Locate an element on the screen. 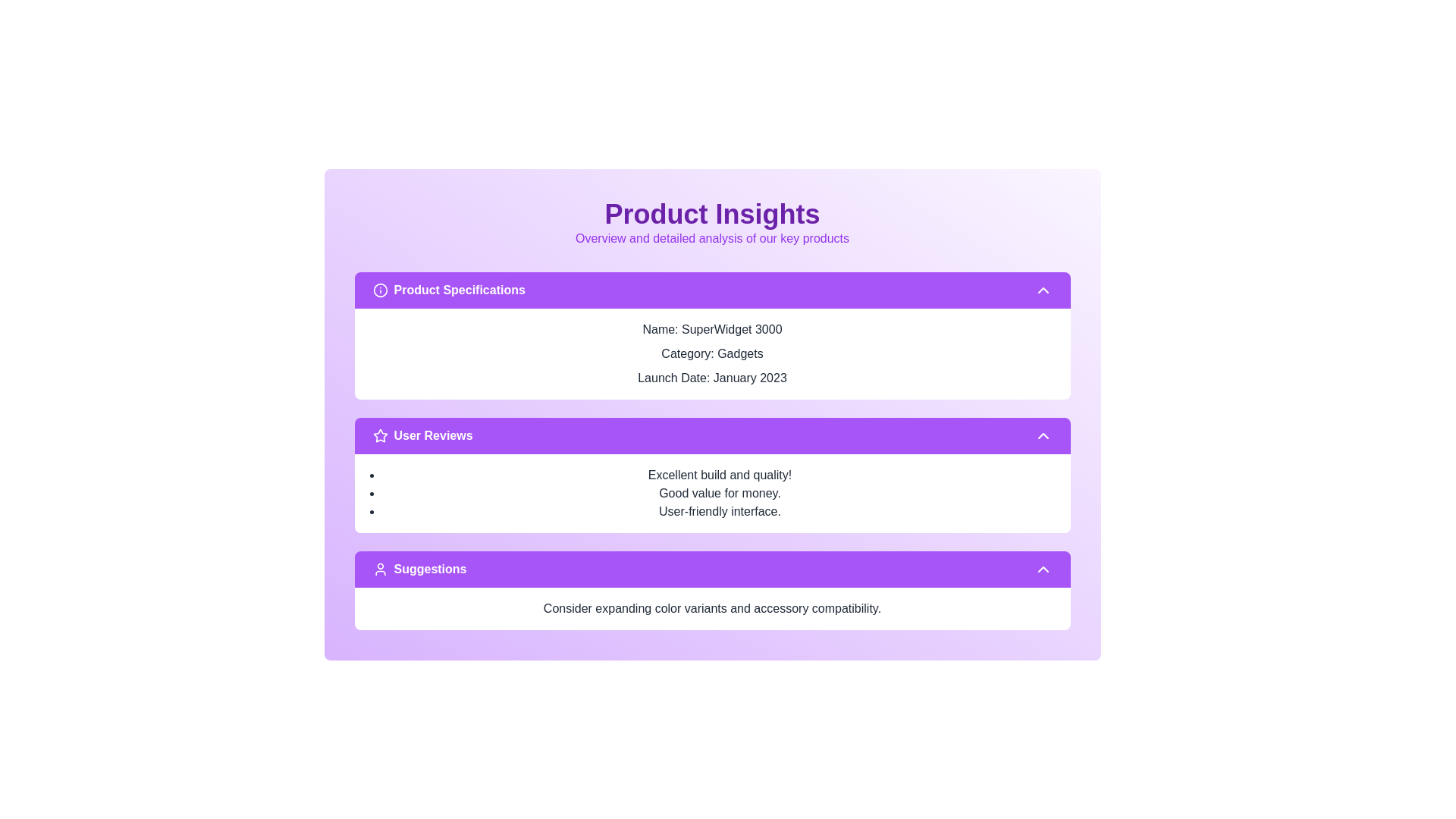 The width and height of the screenshot is (1456, 819). the Text Box located in the 'Suggestions' section beneath the purple header bar labeled 'Suggestions' is located at coordinates (711, 607).